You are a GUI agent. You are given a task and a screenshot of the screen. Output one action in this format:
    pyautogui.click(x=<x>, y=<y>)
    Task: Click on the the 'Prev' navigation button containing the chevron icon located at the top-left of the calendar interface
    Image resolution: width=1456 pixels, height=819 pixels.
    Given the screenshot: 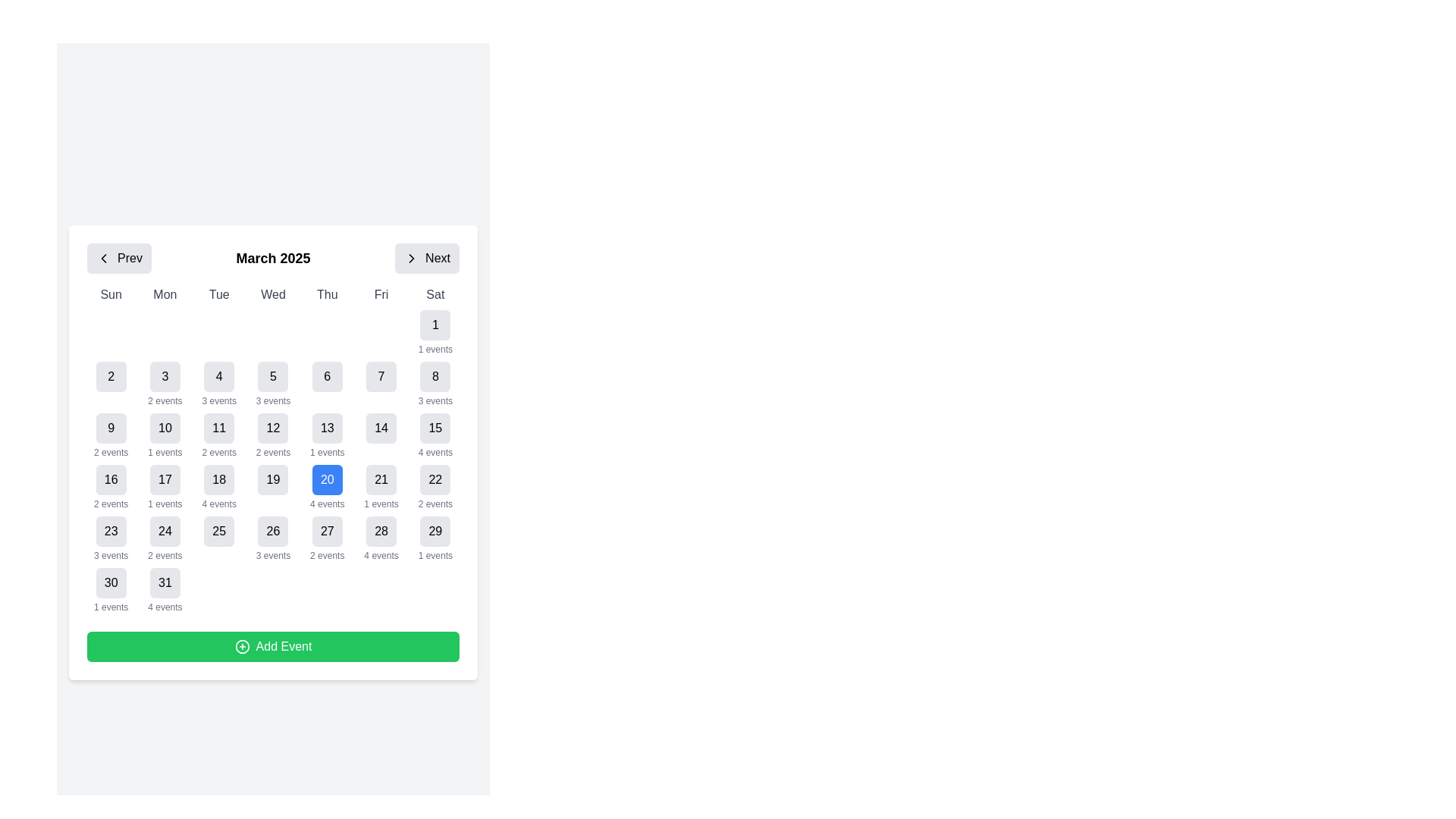 What is the action you would take?
    pyautogui.click(x=103, y=257)
    